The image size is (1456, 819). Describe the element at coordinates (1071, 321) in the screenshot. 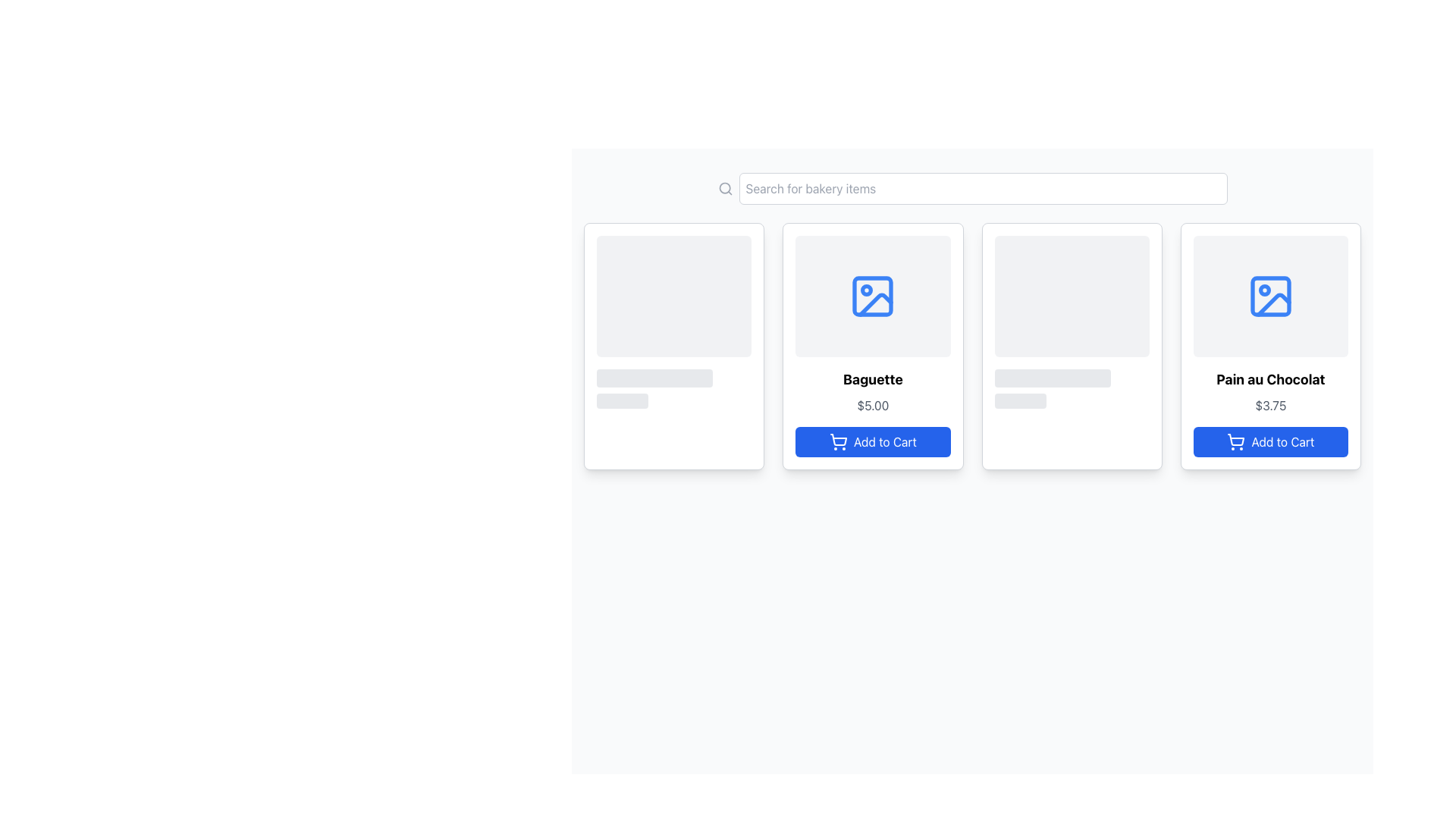

I see `the Card Placeholder element, which serves as a content loading visual and is positioned in a grid-like layout next to similar components` at that location.